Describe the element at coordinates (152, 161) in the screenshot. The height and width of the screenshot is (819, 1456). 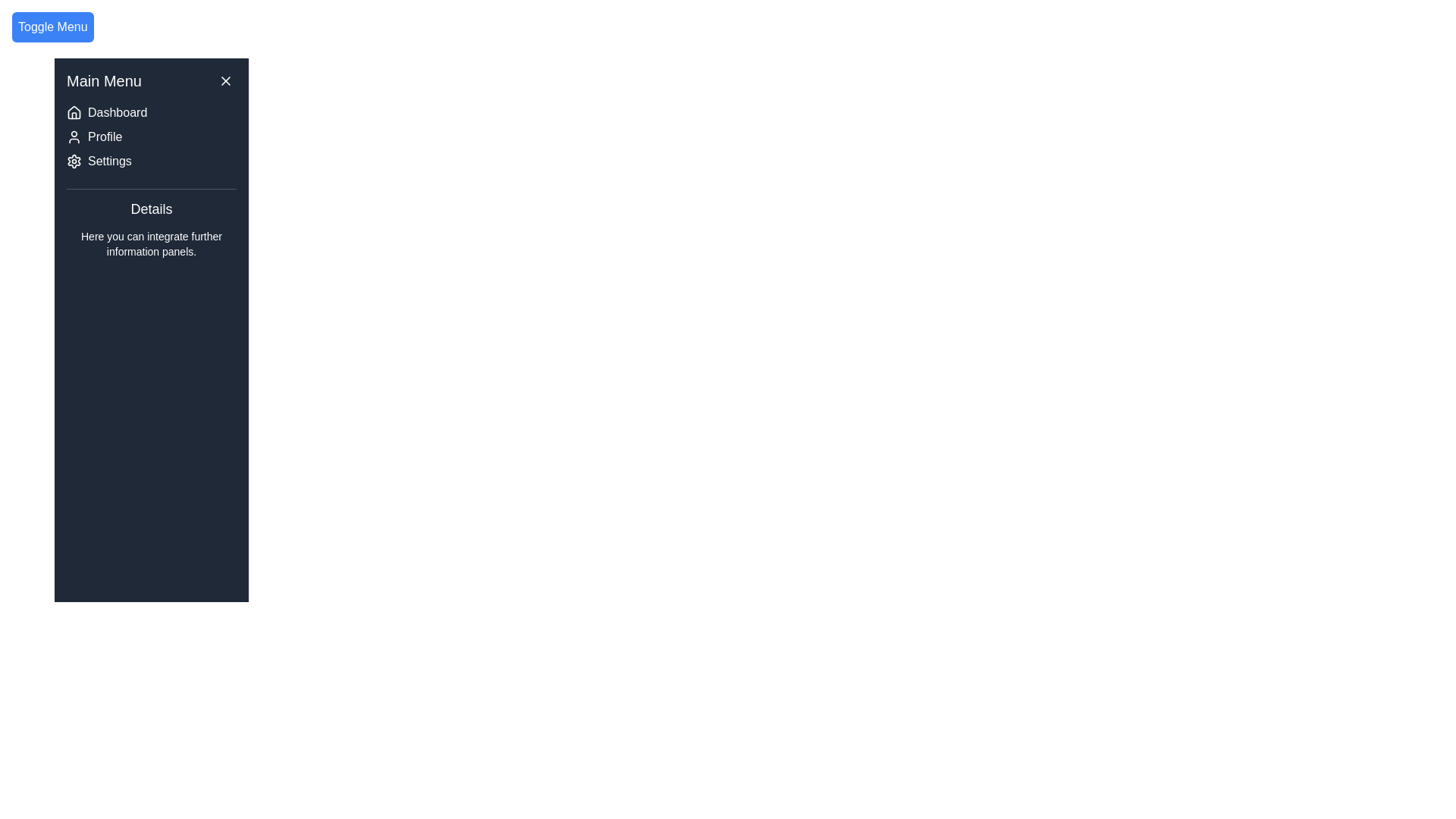
I see `the third item in the vertical navigation menu, located below 'Profile' and above 'Details'` at that location.